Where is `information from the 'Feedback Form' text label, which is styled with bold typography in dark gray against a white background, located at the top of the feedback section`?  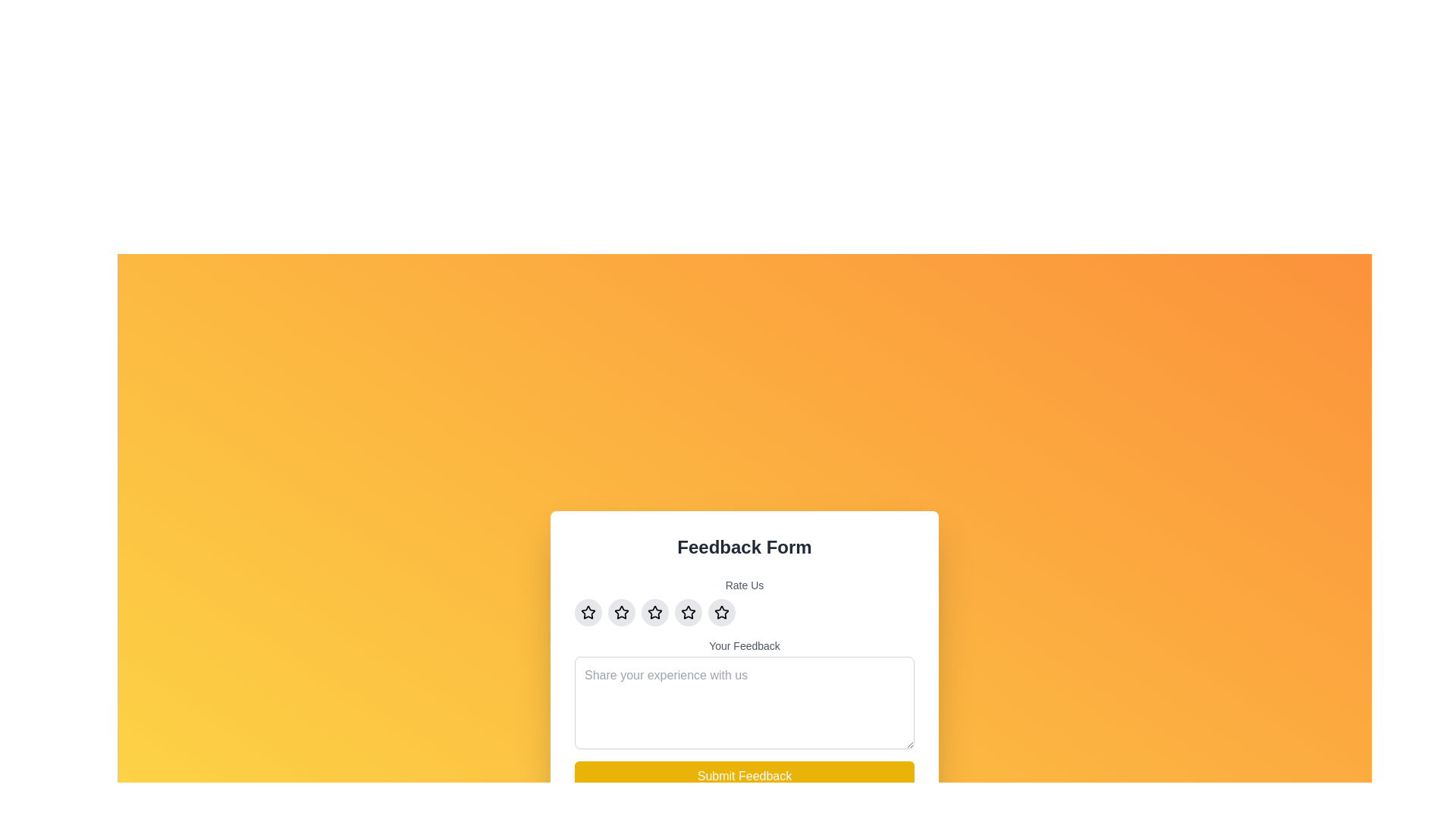 information from the 'Feedback Form' text label, which is styled with bold typography in dark gray against a white background, located at the top of the feedback section is located at coordinates (745, 547).